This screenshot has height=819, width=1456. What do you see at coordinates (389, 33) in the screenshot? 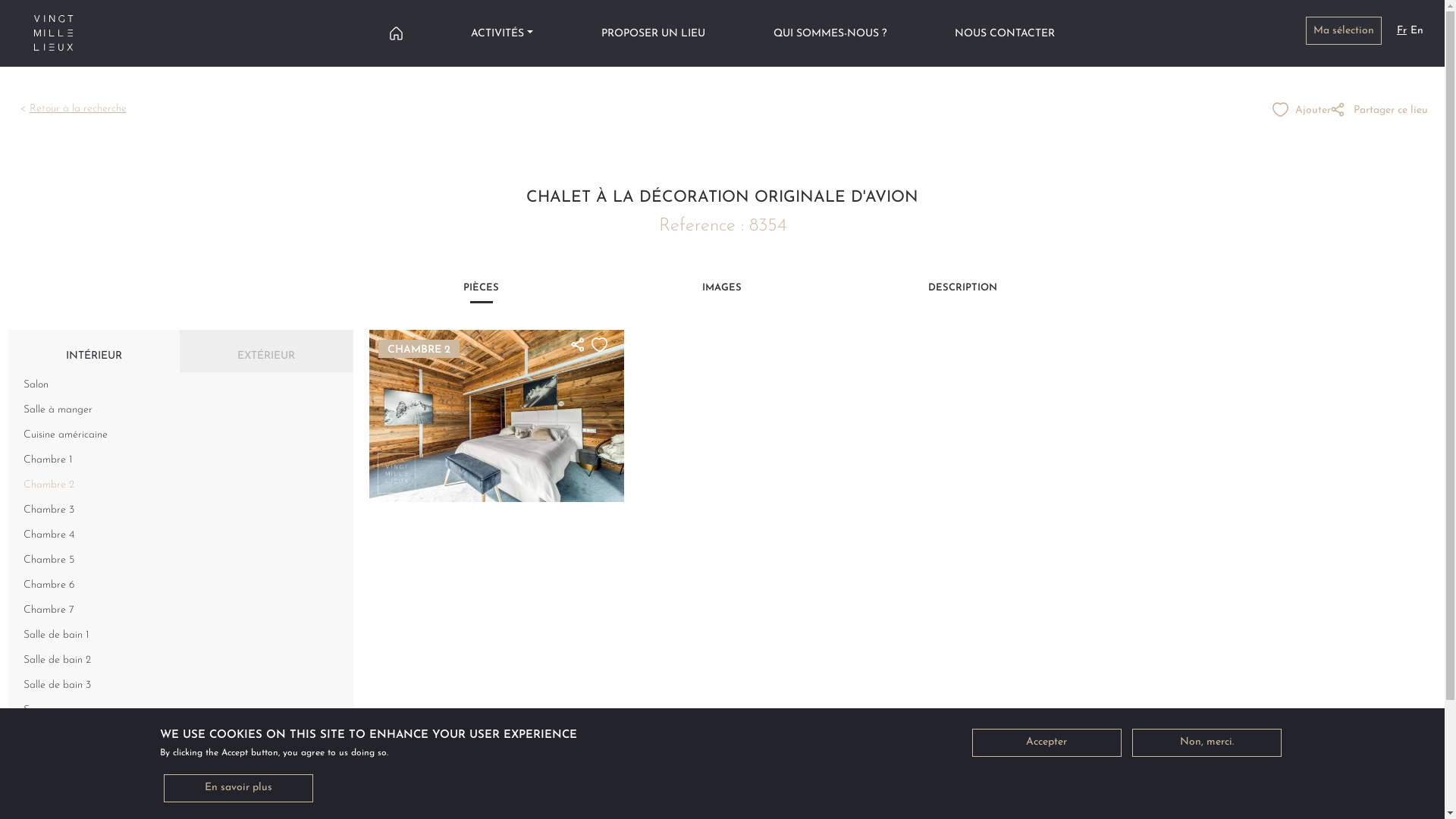
I see `'ACCUEIL'` at bounding box center [389, 33].